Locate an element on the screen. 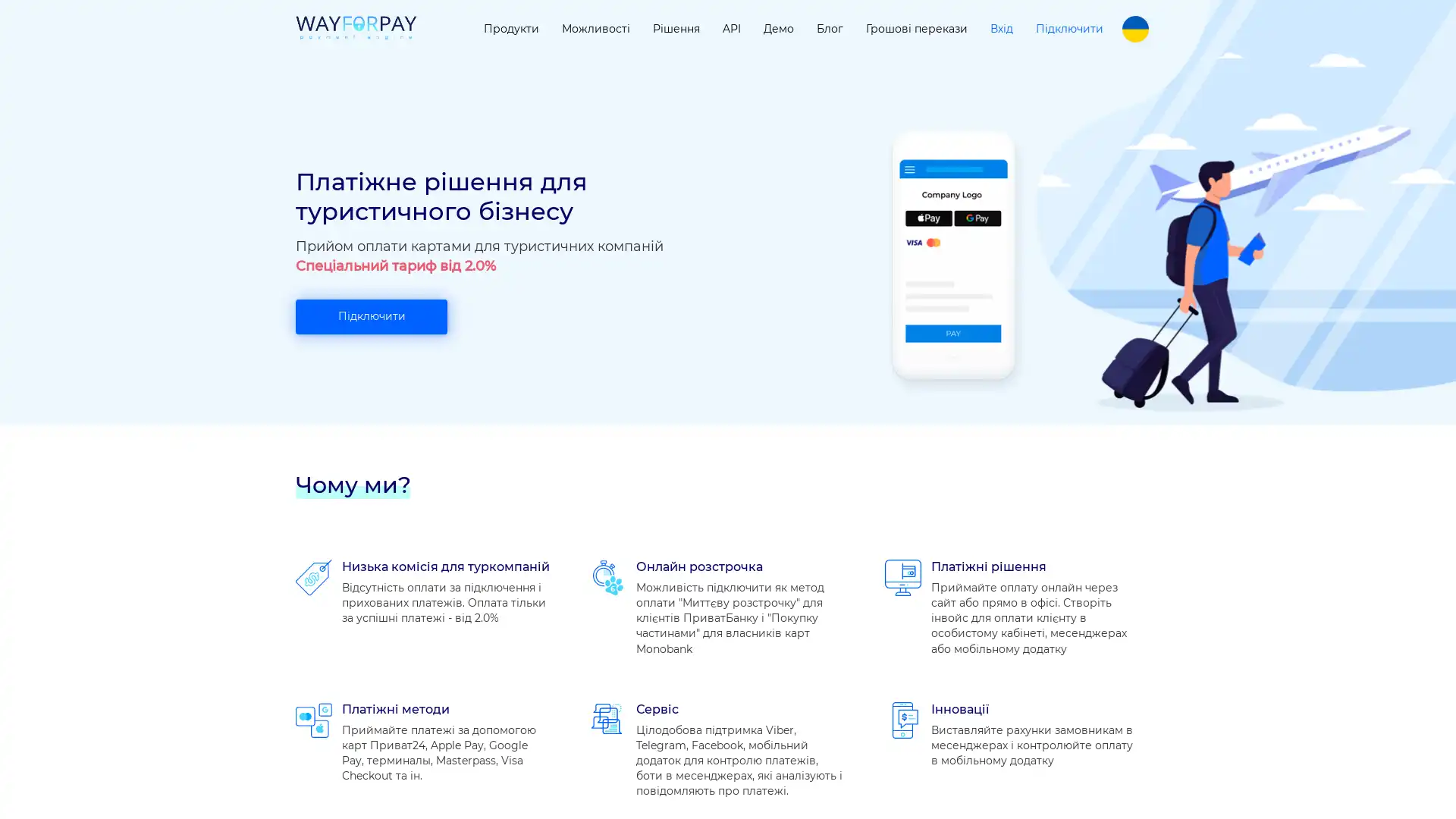 This screenshot has height=819, width=1456. UK is located at coordinates (1135, 29).